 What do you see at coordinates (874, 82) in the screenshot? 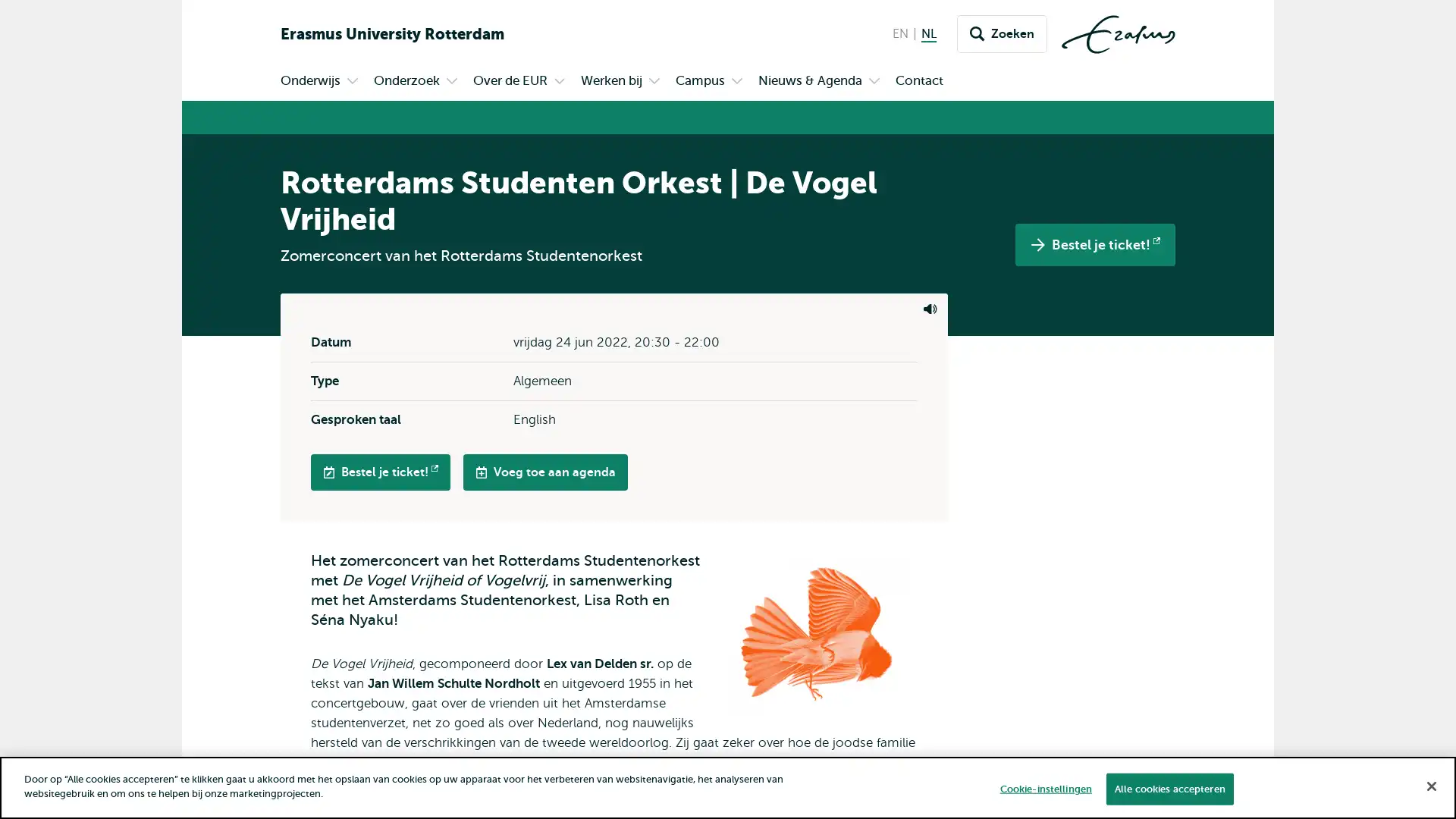
I see `Open submenu` at bounding box center [874, 82].